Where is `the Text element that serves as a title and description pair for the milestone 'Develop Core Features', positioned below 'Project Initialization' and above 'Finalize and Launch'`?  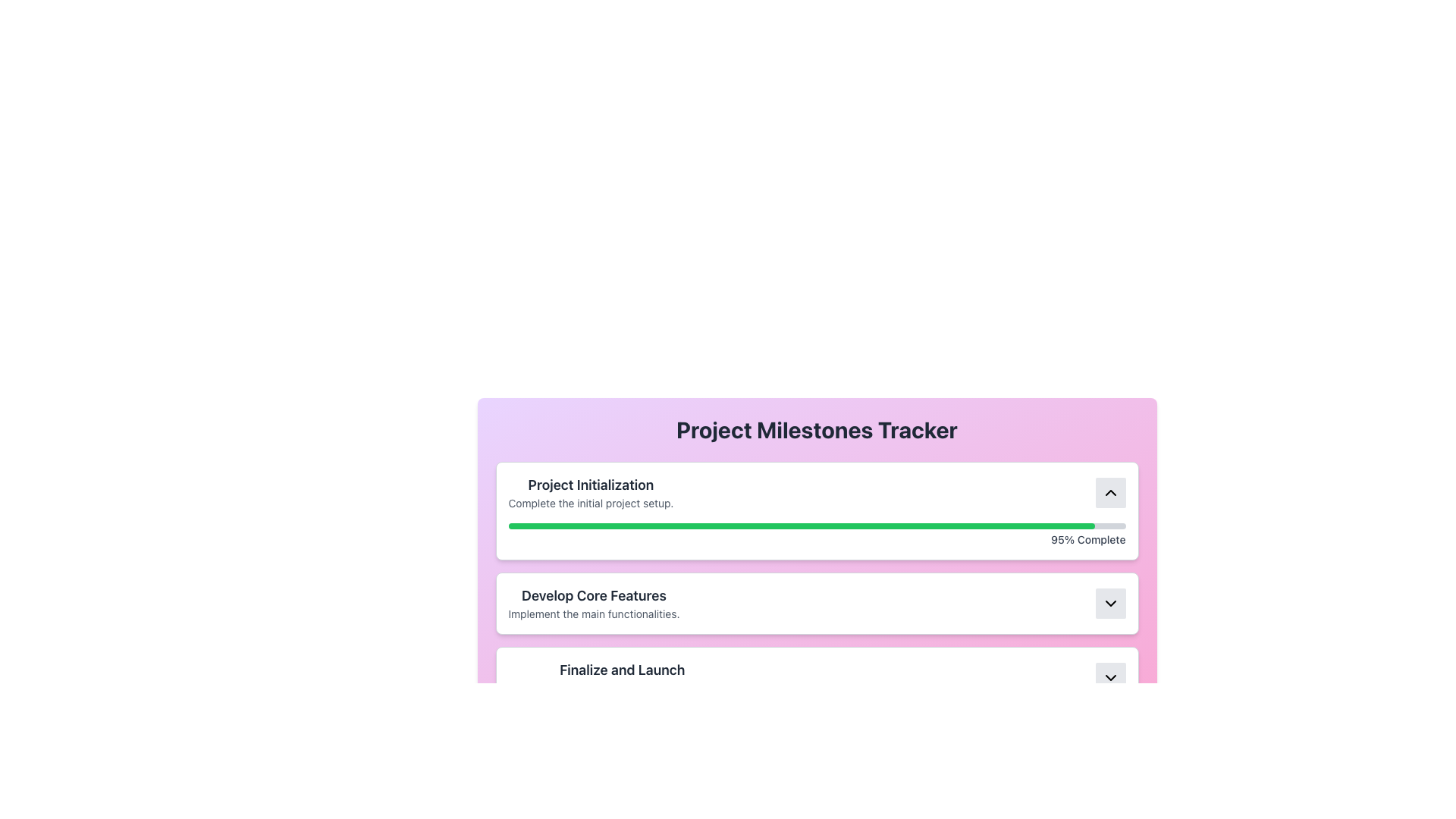 the Text element that serves as a title and description pair for the milestone 'Develop Core Features', positioned below 'Project Initialization' and above 'Finalize and Launch' is located at coordinates (593, 602).